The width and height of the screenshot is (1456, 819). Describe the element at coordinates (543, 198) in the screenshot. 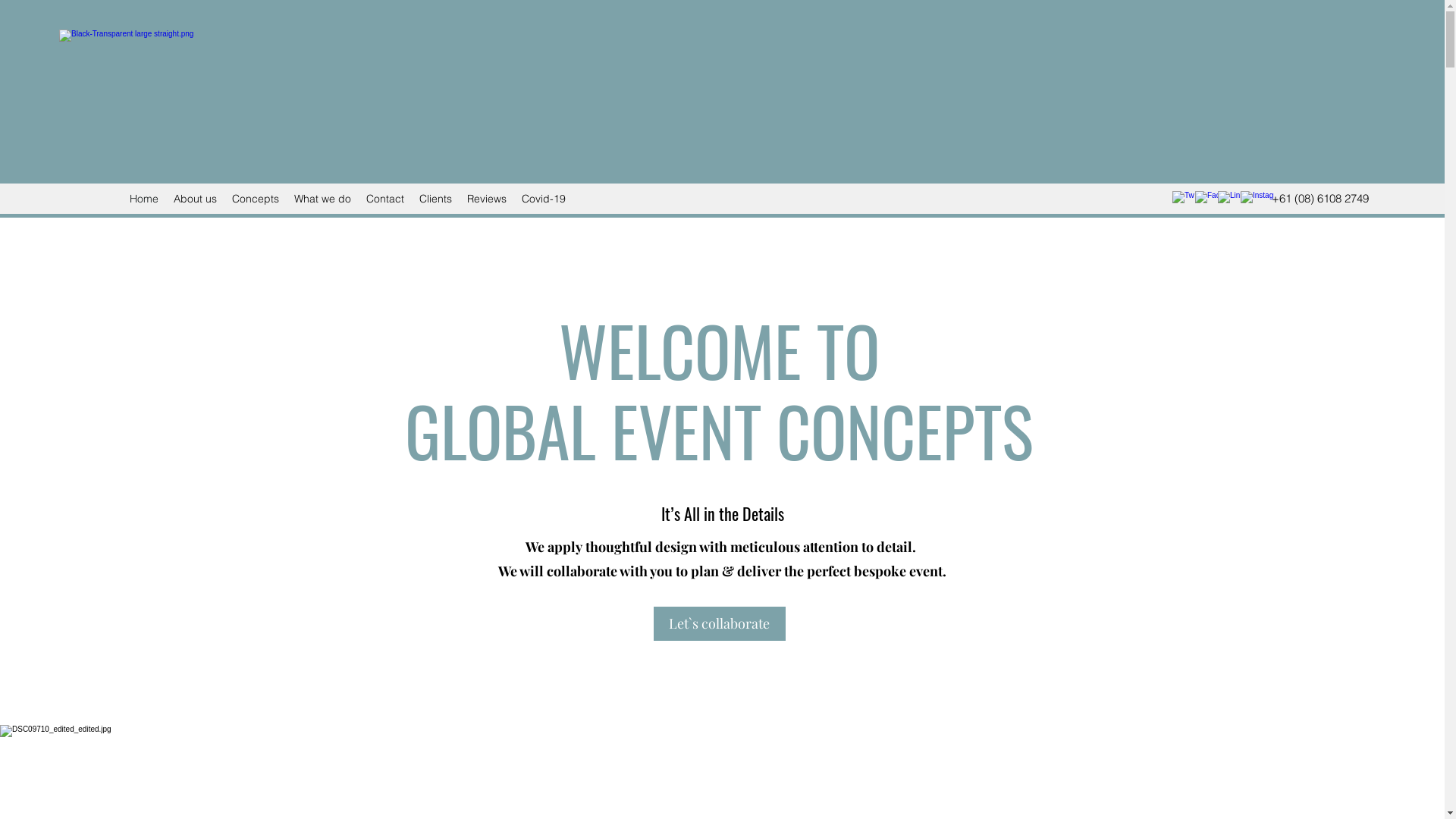

I see `'Covid-19'` at that location.